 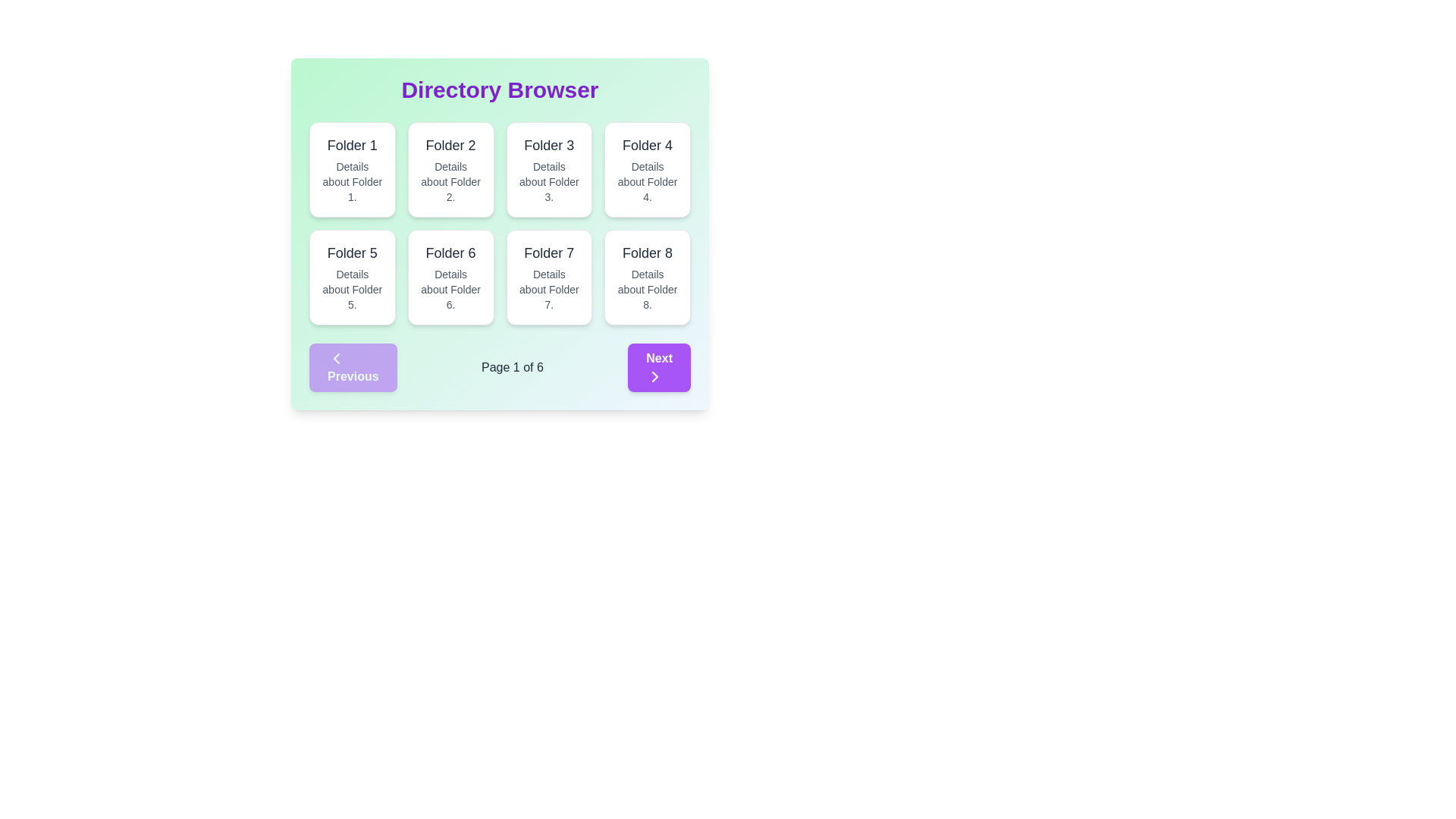 I want to click on the text label that displays the title for the folder in the fourth card of the top row, so click(x=648, y=146).